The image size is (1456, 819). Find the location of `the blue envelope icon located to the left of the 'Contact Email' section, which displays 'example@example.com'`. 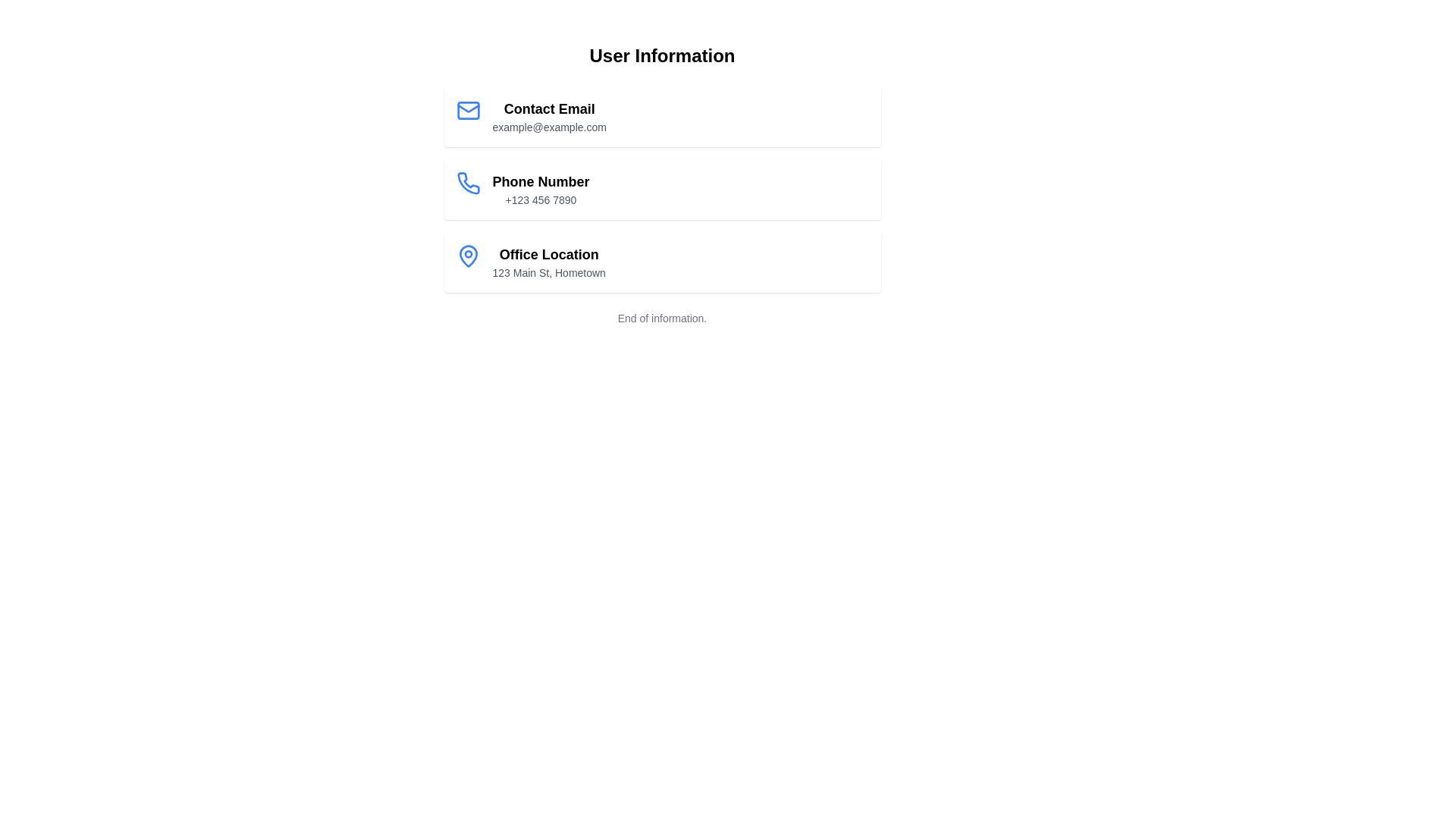

the blue envelope icon located to the left of the 'Contact Email' section, which displays 'example@example.com' is located at coordinates (467, 110).